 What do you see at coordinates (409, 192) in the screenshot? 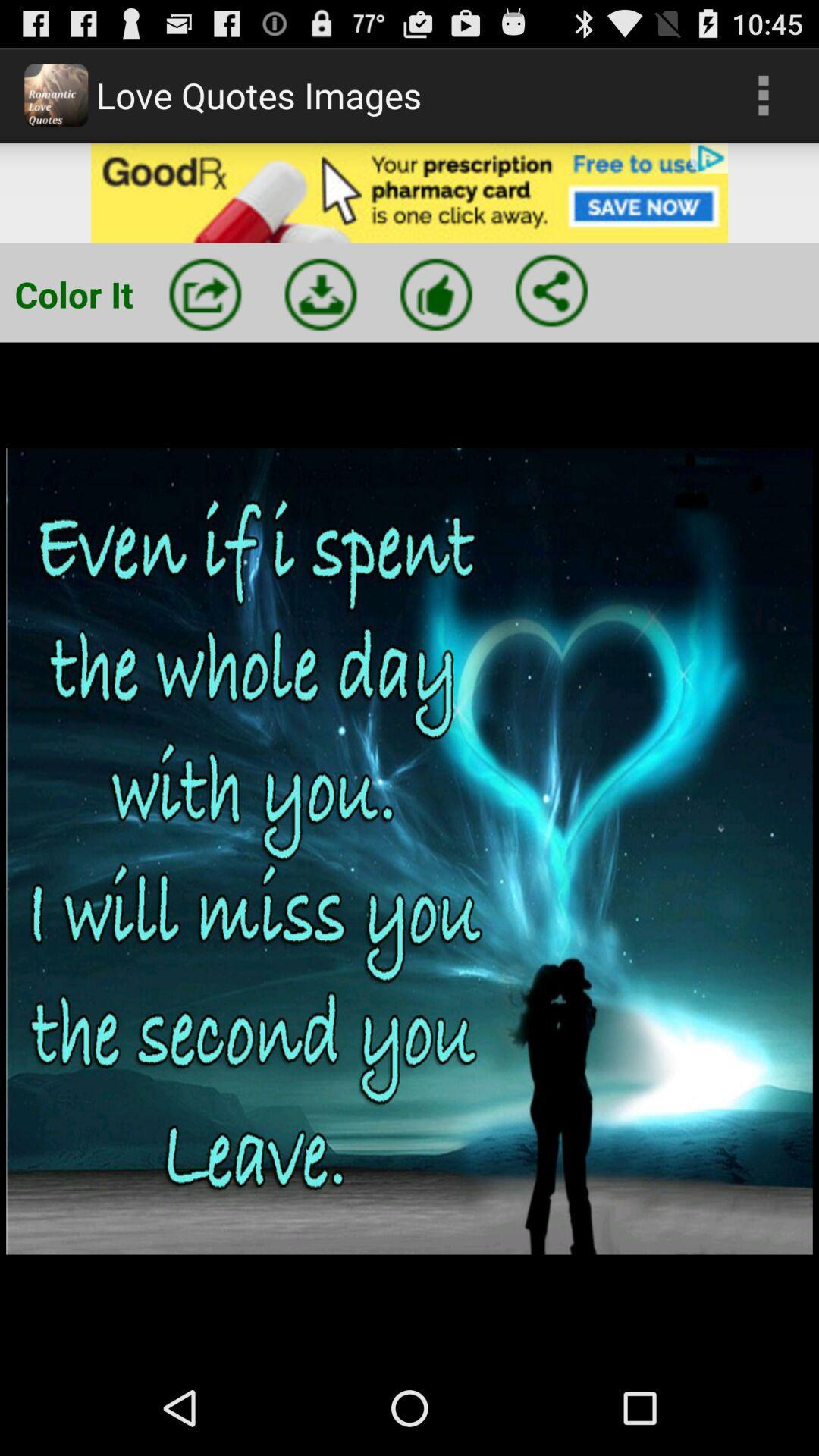
I see `open advertisement` at bounding box center [409, 192].